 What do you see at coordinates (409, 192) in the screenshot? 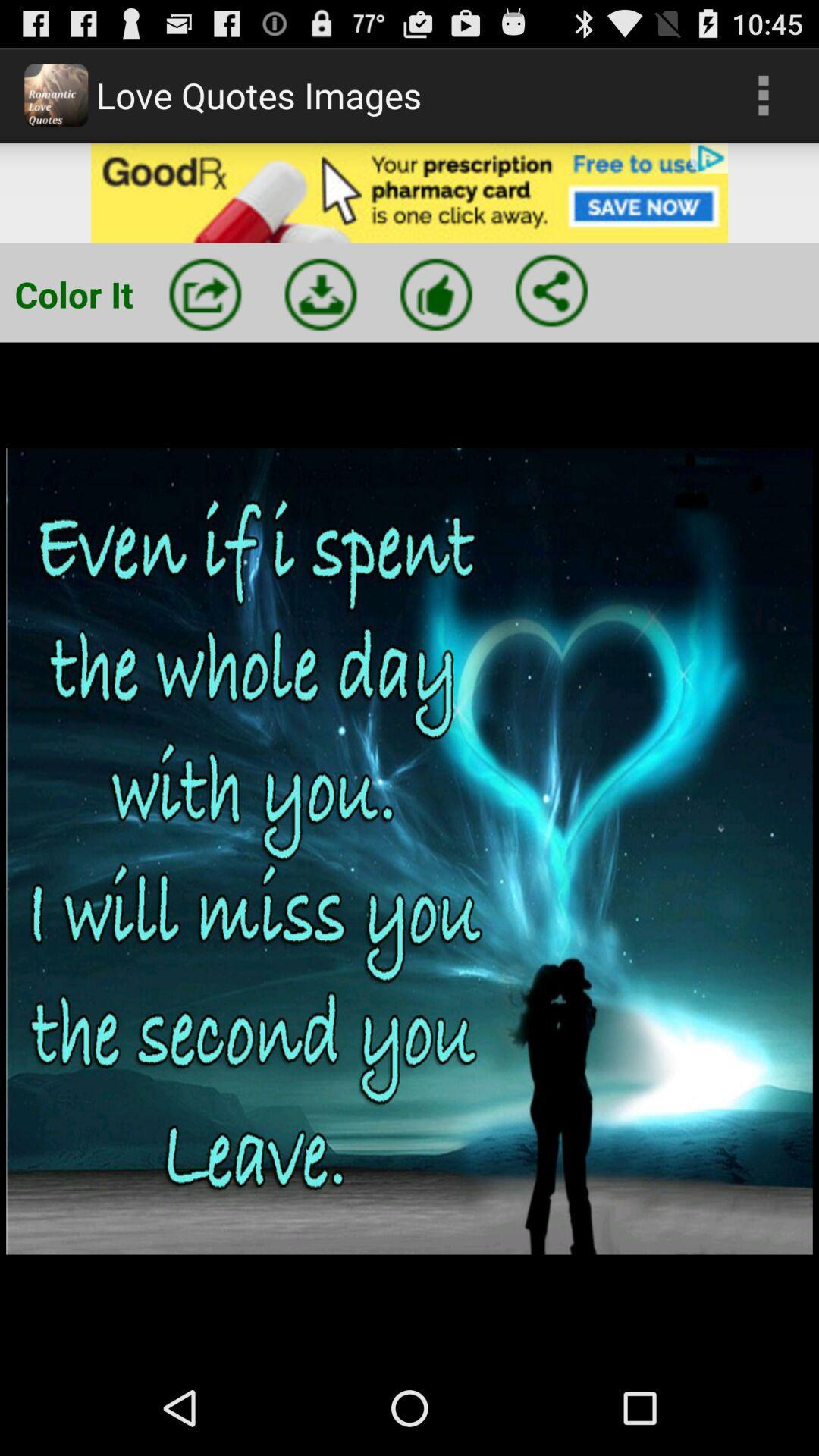
I see `open advertisement` at bounding box center [409, 192].